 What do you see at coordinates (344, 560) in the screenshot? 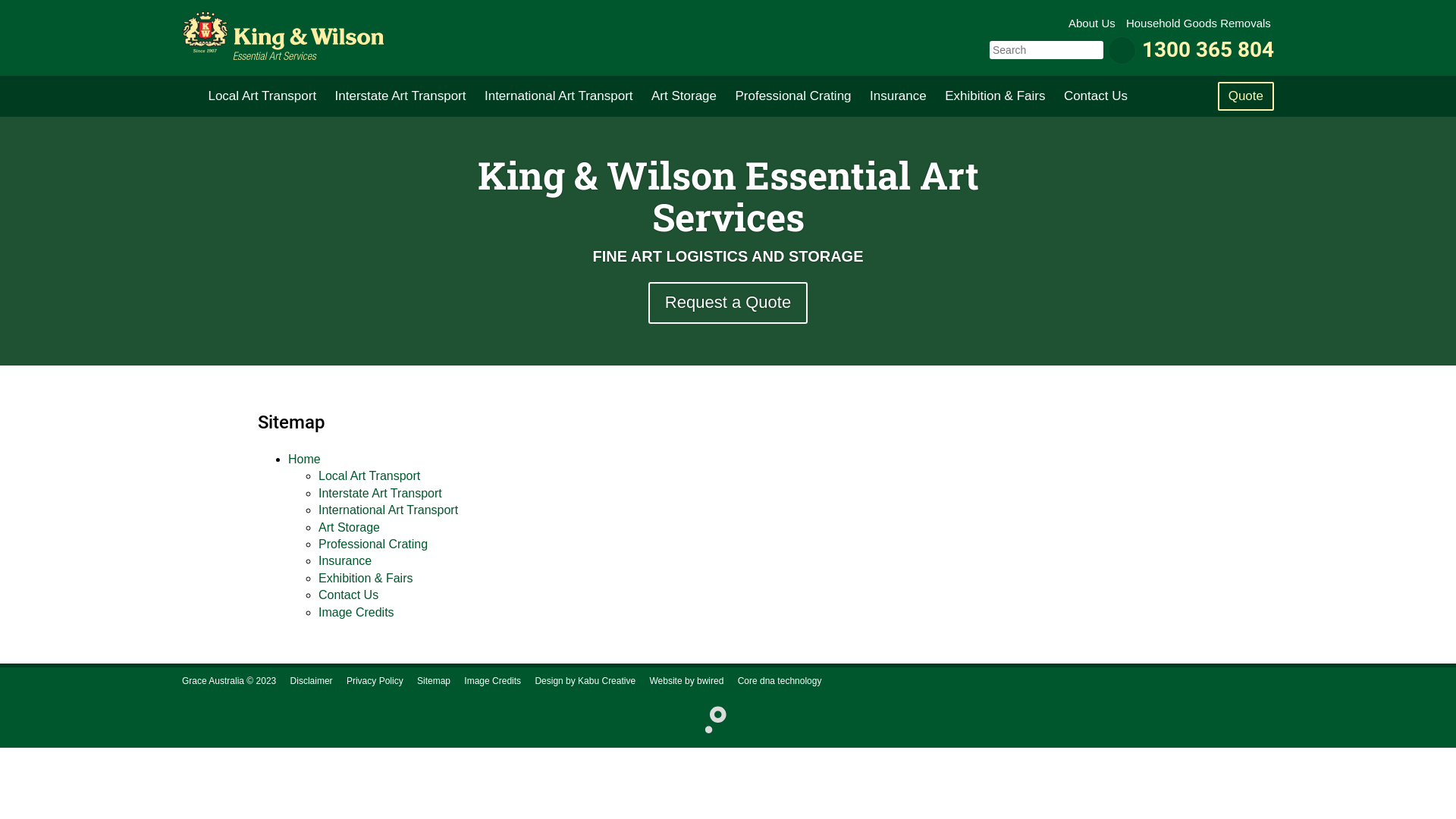
I see `'Insurance'` at bounding box center [344, 560].